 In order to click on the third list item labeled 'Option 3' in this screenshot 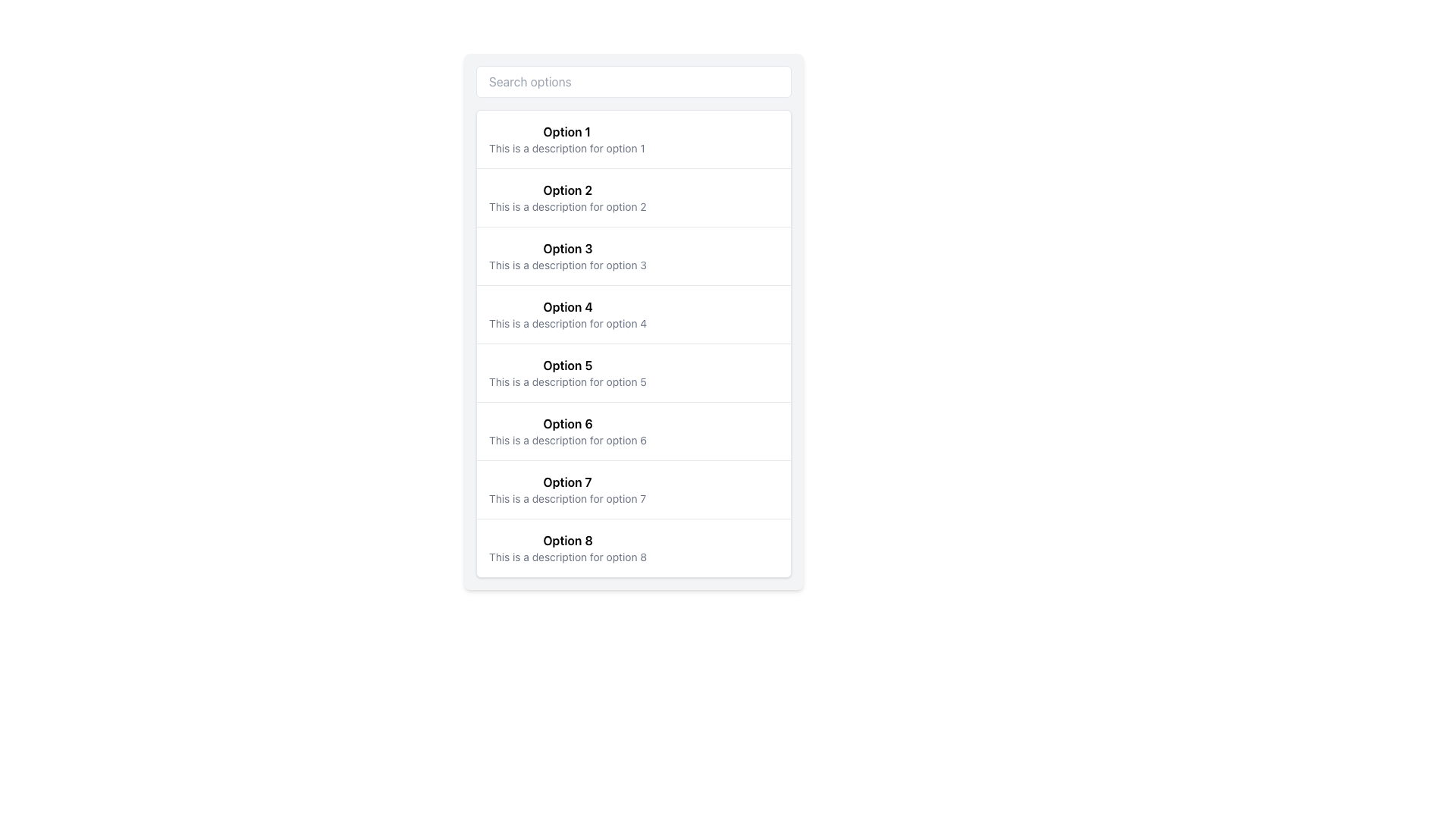, I will do `click(633, 255)`.